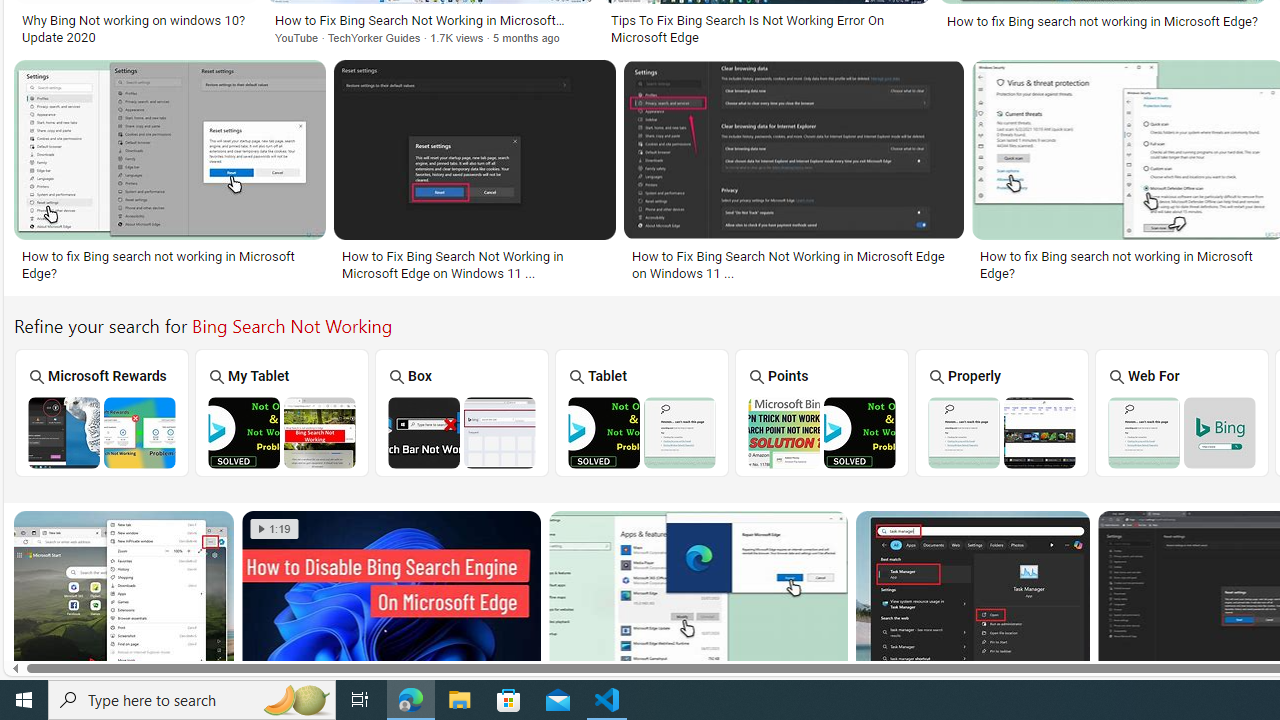 Image resolution: width=1280 pixels, height=720 pixels. What do you see at coordinates (135, 29) in the screenshot?
I see `'Why Bing Not working on windows 10? Update 2020'` at bounding box center [135, 29].